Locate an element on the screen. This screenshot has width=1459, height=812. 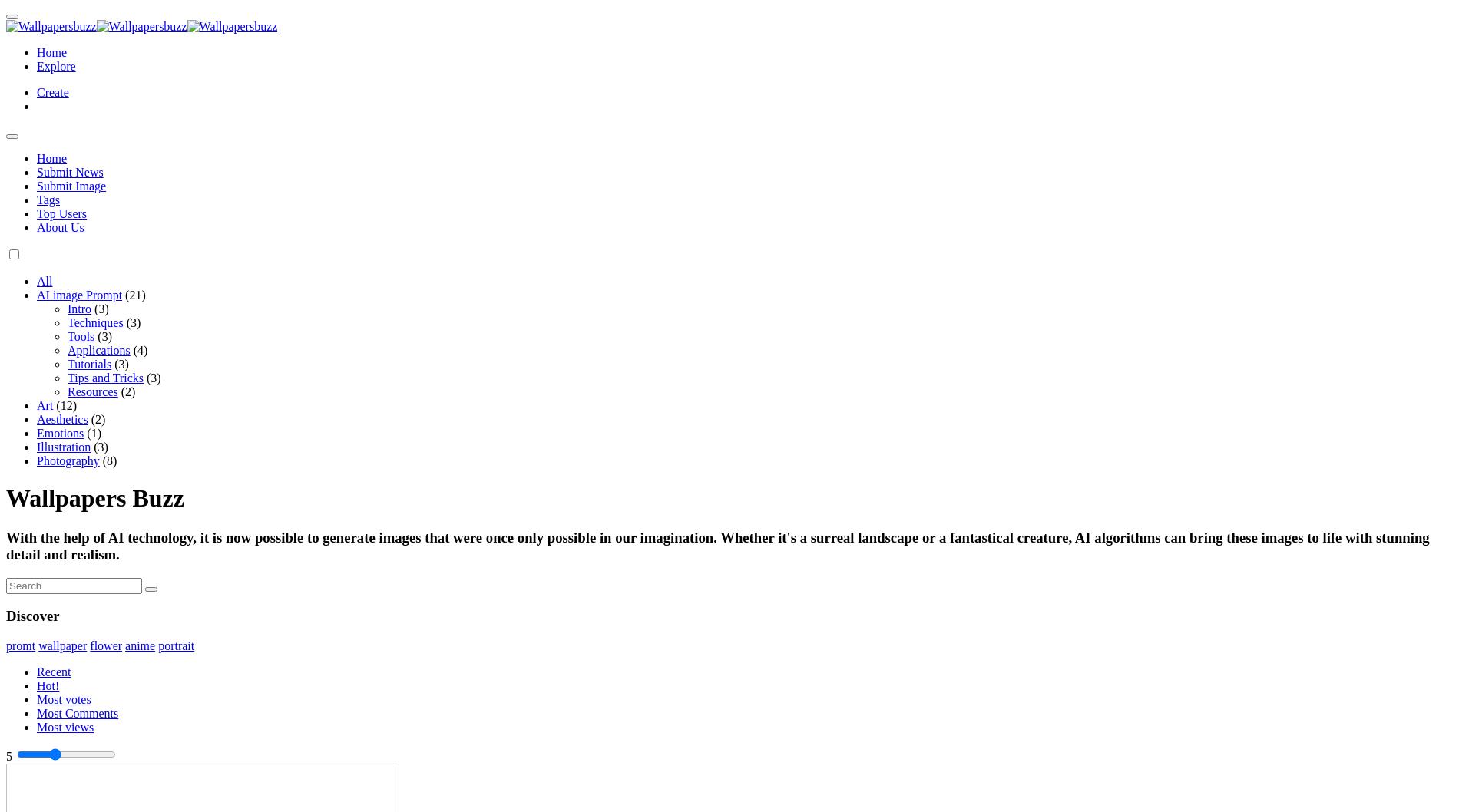
'Techniques' is located at coordinates (67, 322).